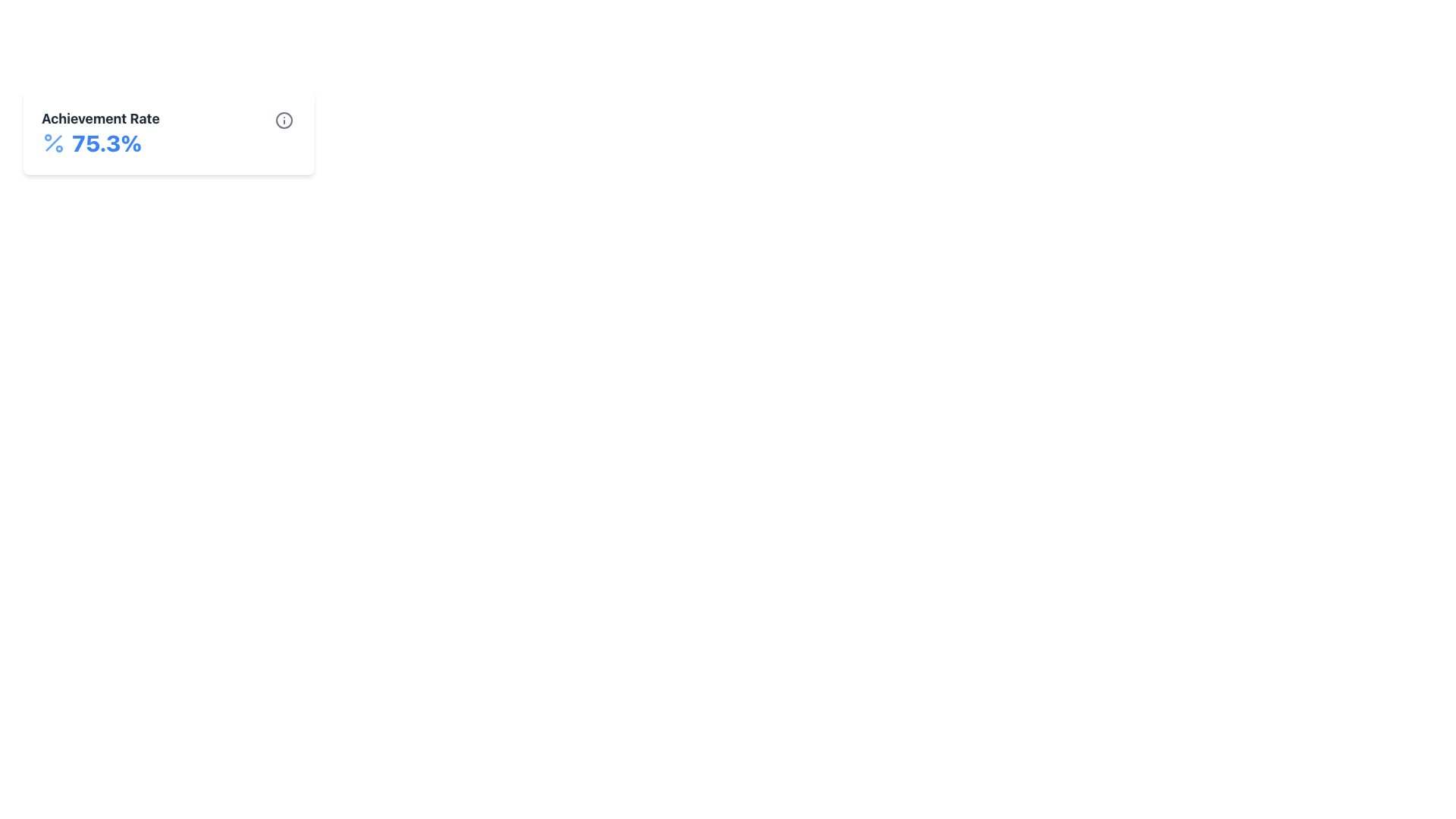  Describe the element at coordinates (54, 143) in the screenshot. I see `the central diagonal line of the percentage icon within the 'Achievement Rate' card, which is the largest graphical component among its siblings` at that location.